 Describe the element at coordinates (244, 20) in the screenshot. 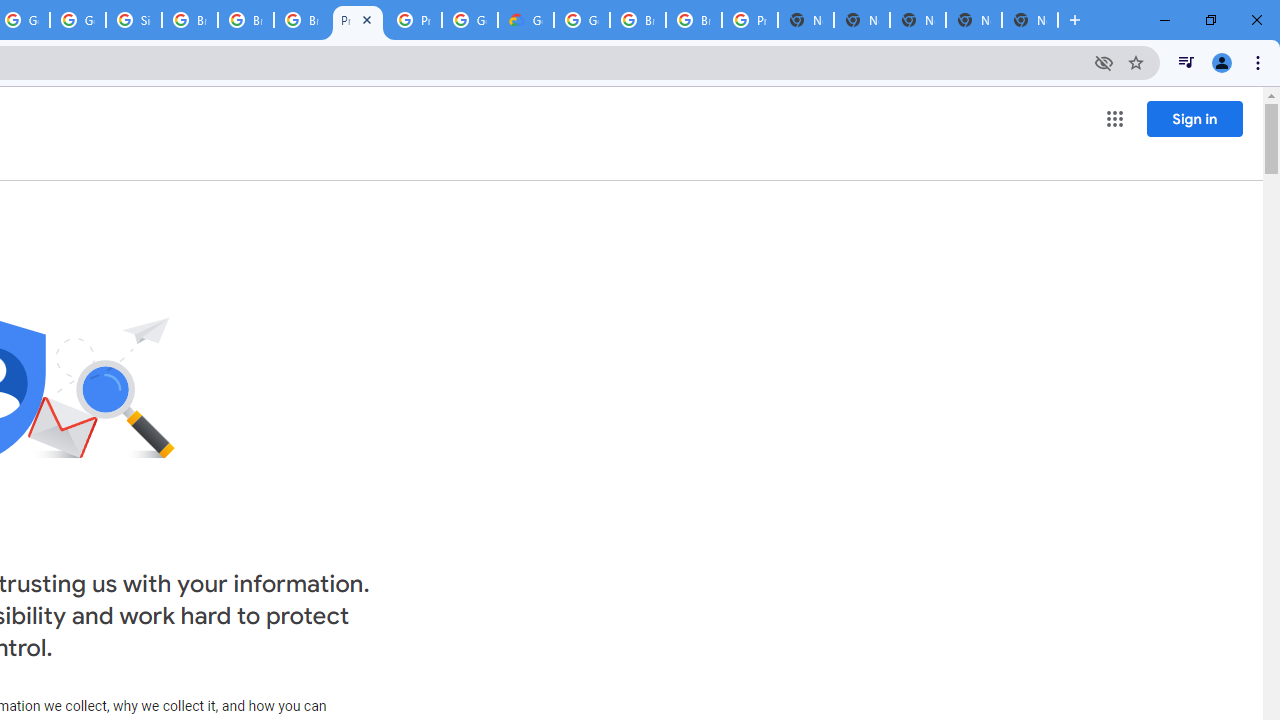

I see `'Browse Chrome as a guest - Computer - Google Chrome Help'` at that location.